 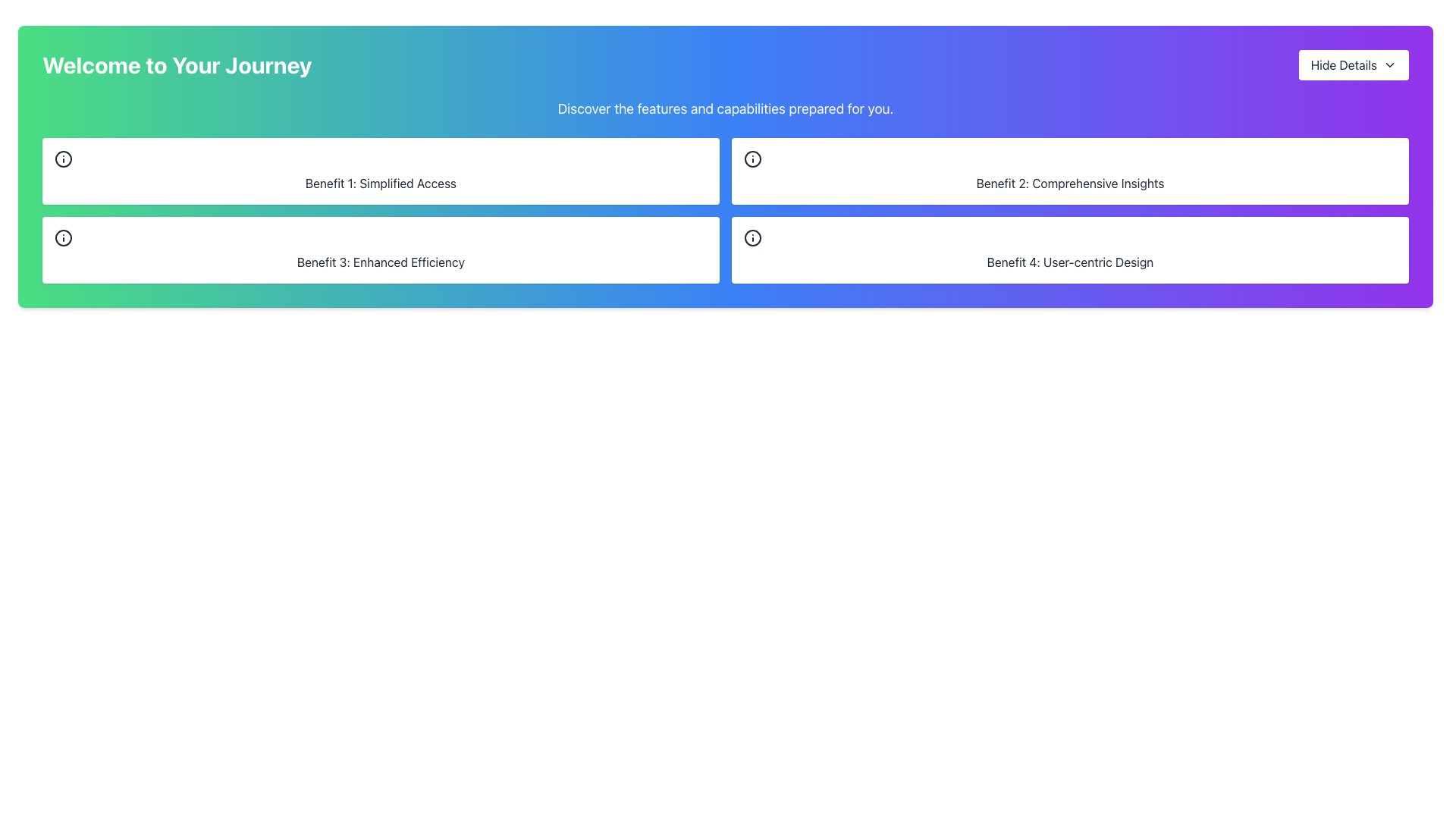 I want to click on introductory message text located at the top-center of the interface within the gradient header area, above the benefits list, so click(x=724, y=108).